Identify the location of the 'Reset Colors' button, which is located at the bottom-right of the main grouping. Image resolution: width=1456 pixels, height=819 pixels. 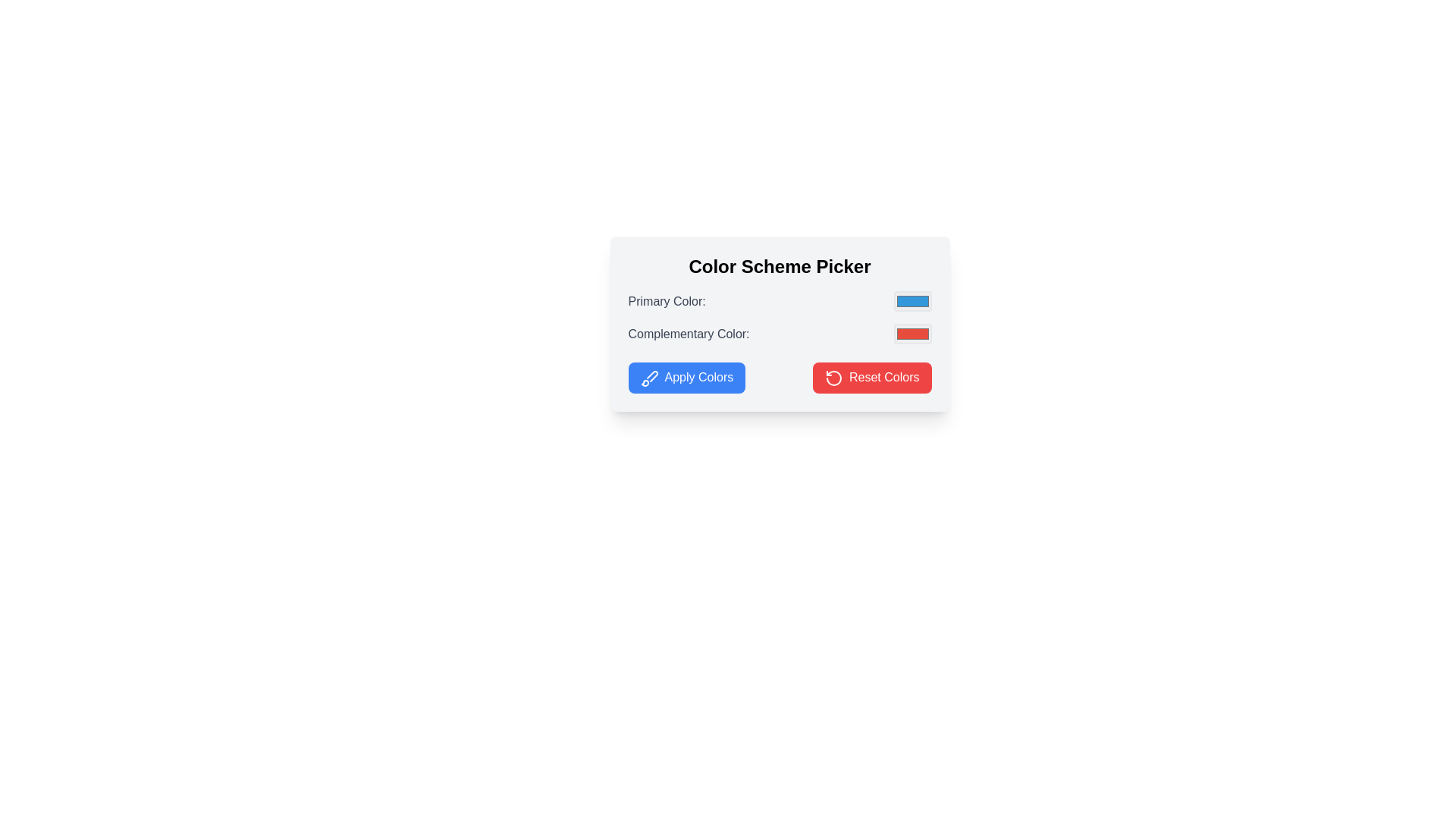
(833, 377).